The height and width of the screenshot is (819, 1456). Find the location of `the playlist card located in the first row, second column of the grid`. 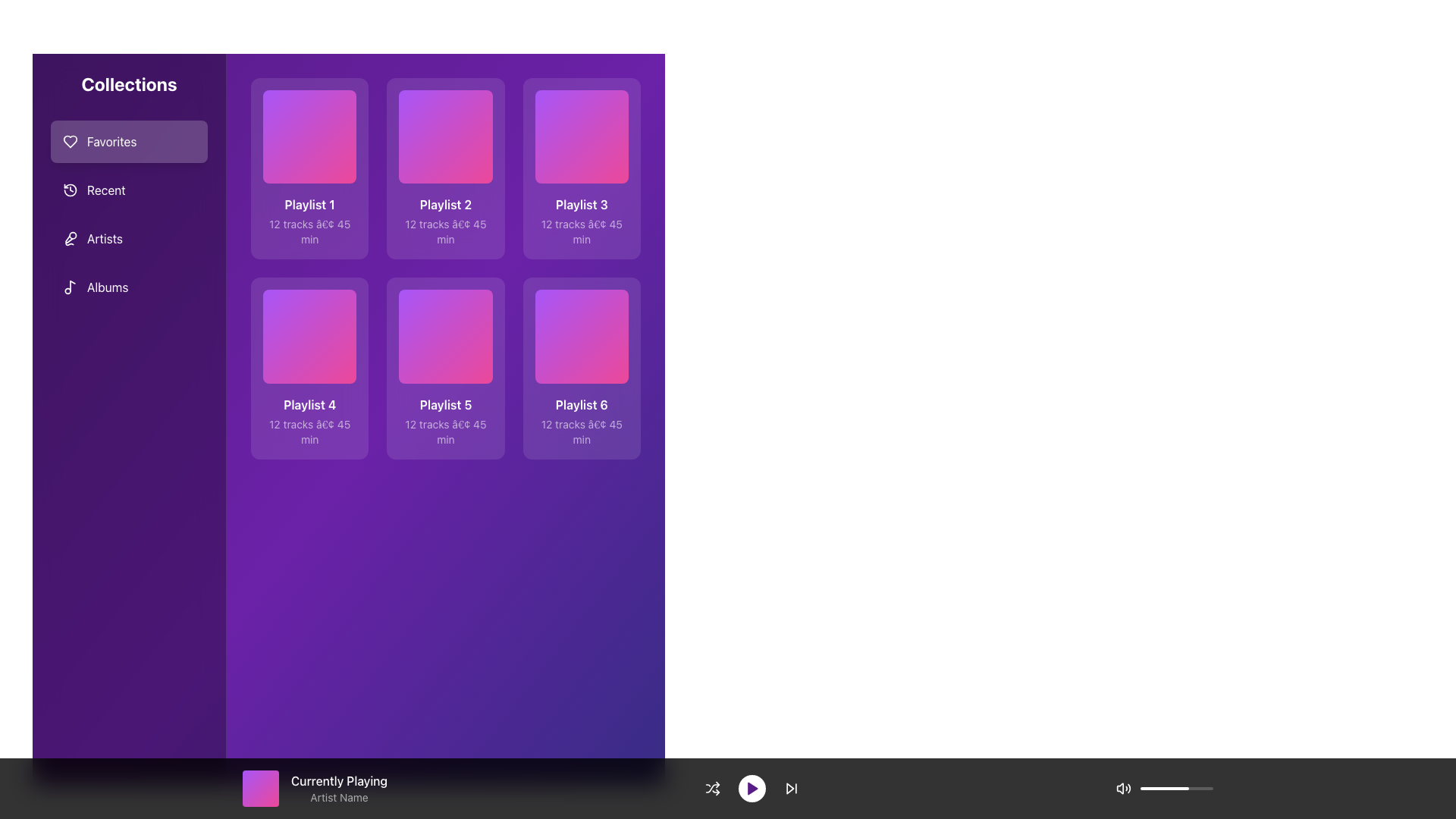

the playlist card located in the first row, second column of the grid is located at coordinates (444, 168).